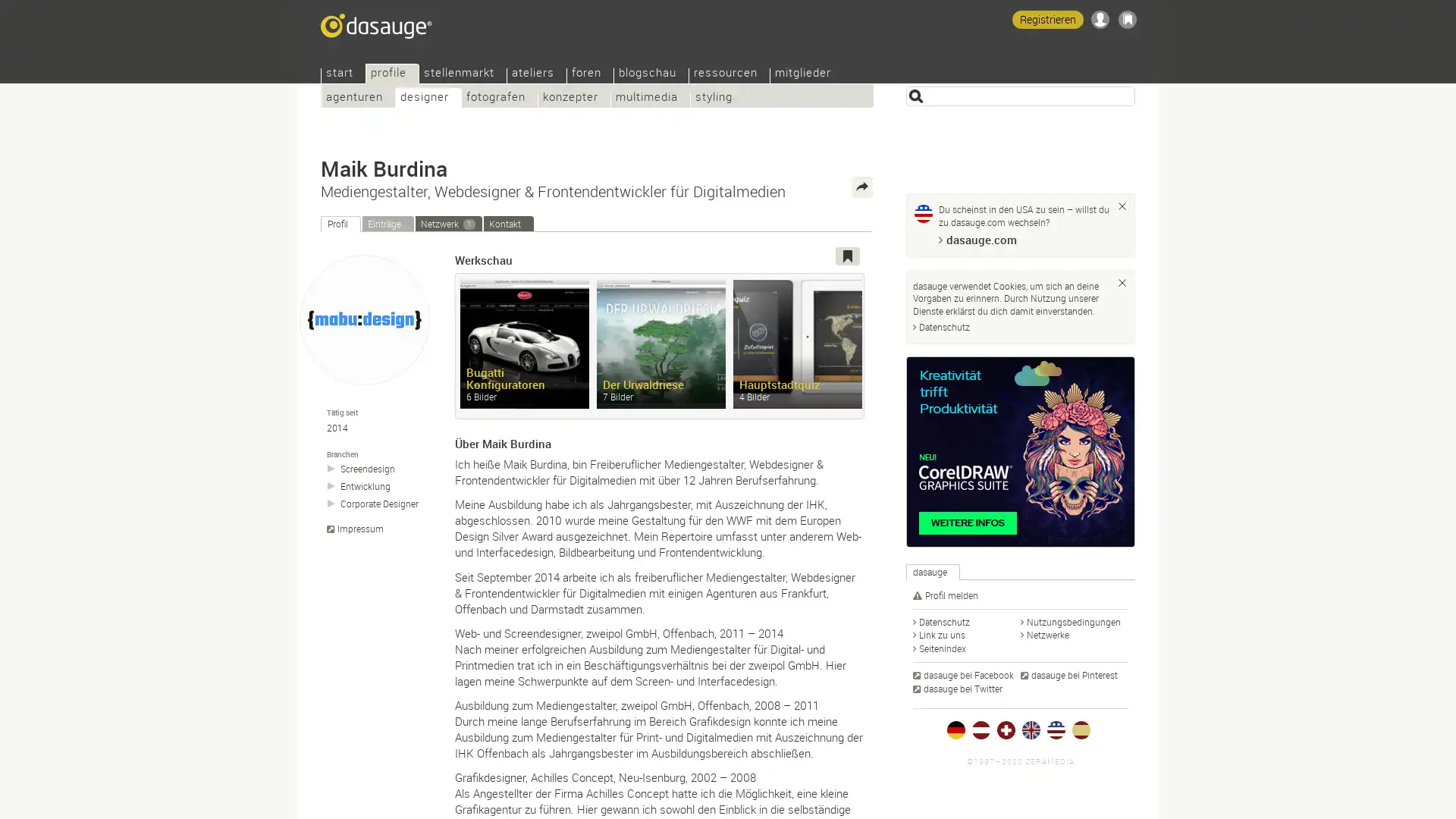 The image size is (1456, 819). What do you see at coordinates (1122, 206) in the screenshot?
I see `Ich wei` at bounding box center [1122, 206].